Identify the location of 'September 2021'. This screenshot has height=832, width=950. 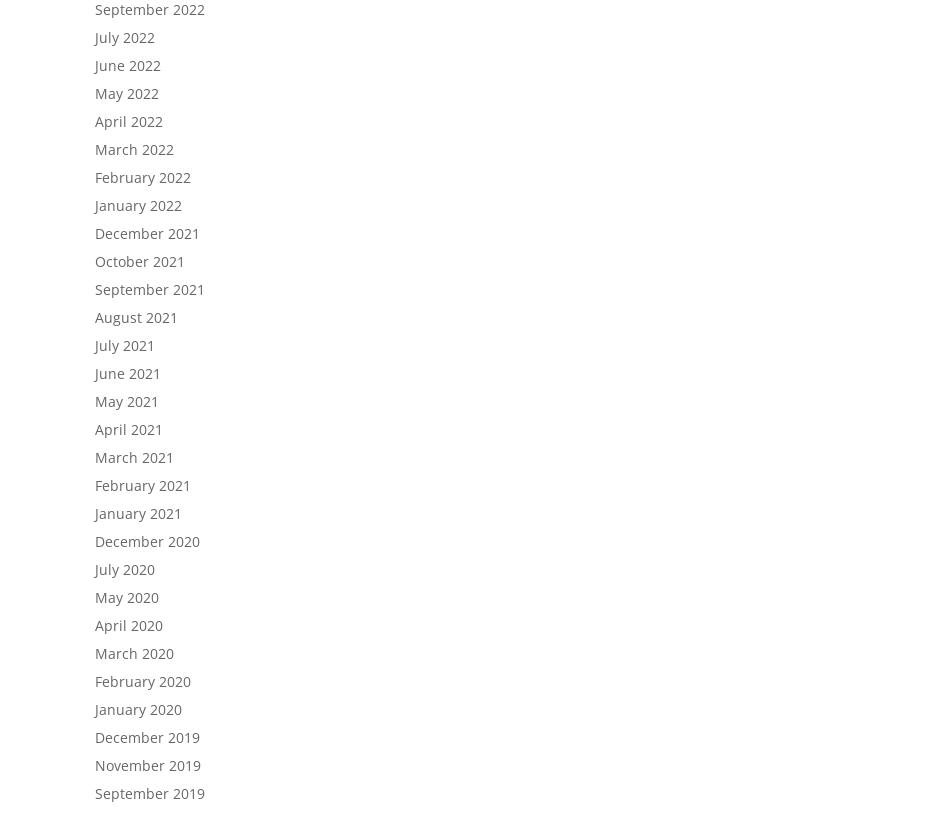
(95, 288).